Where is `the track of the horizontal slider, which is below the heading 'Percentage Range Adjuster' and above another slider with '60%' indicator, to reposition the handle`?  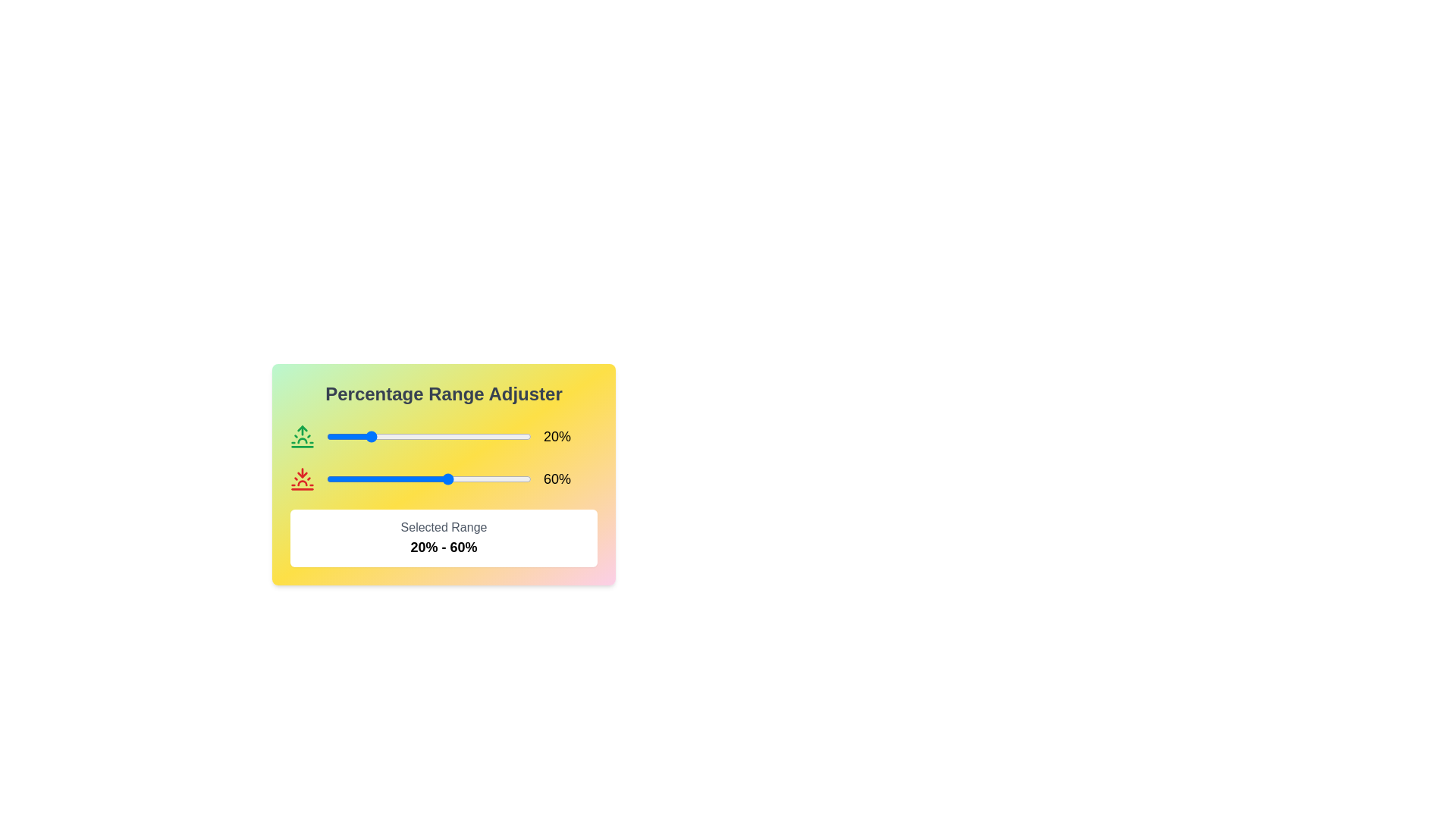
the track of the horizontal slider, which is below the heading 'Percentage Range Adjuster' and above another slider with '60%' indicator, to reposition the handle is located at coordinates (443, 436).